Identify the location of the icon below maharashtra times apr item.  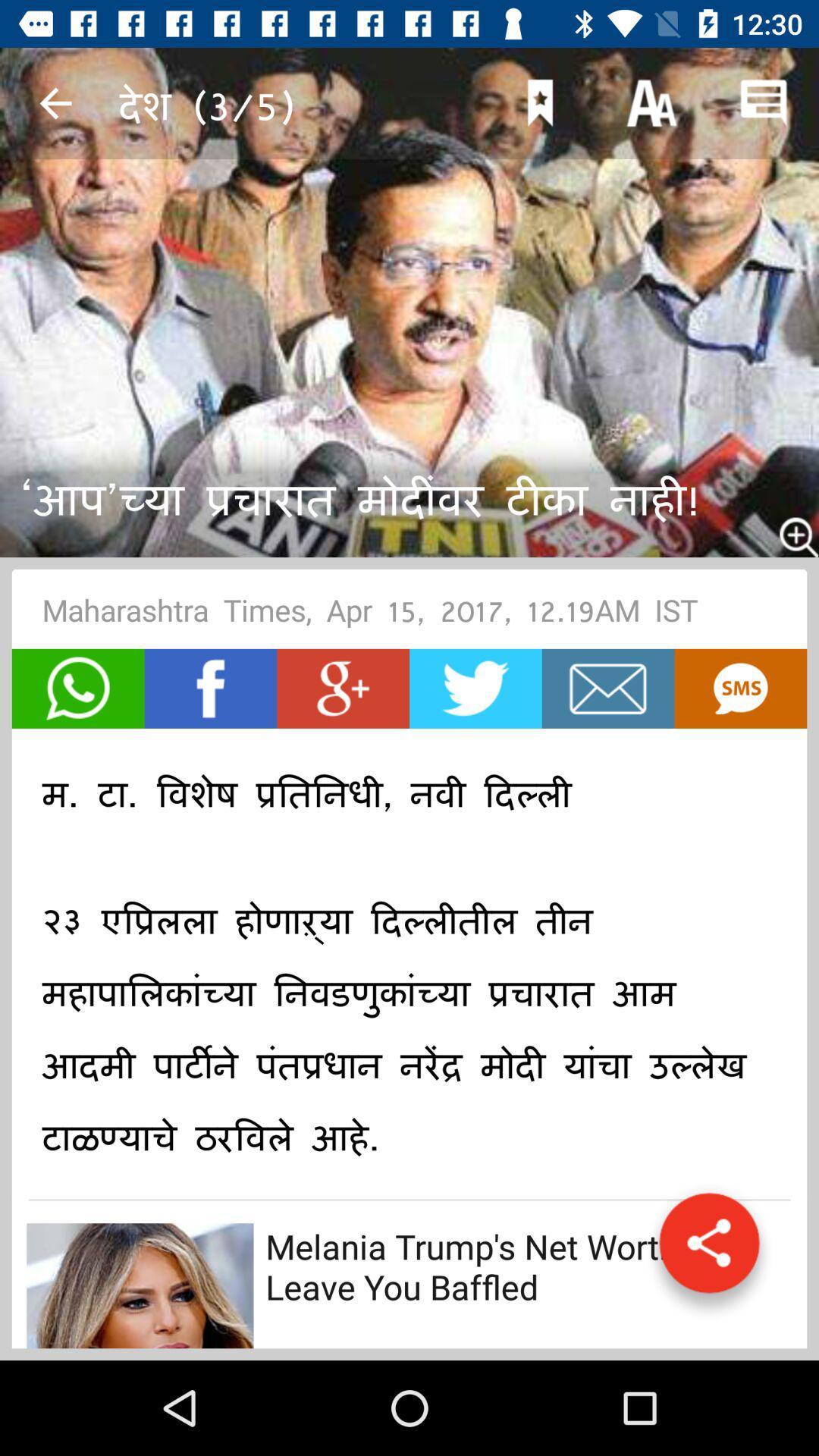
(607, 688).